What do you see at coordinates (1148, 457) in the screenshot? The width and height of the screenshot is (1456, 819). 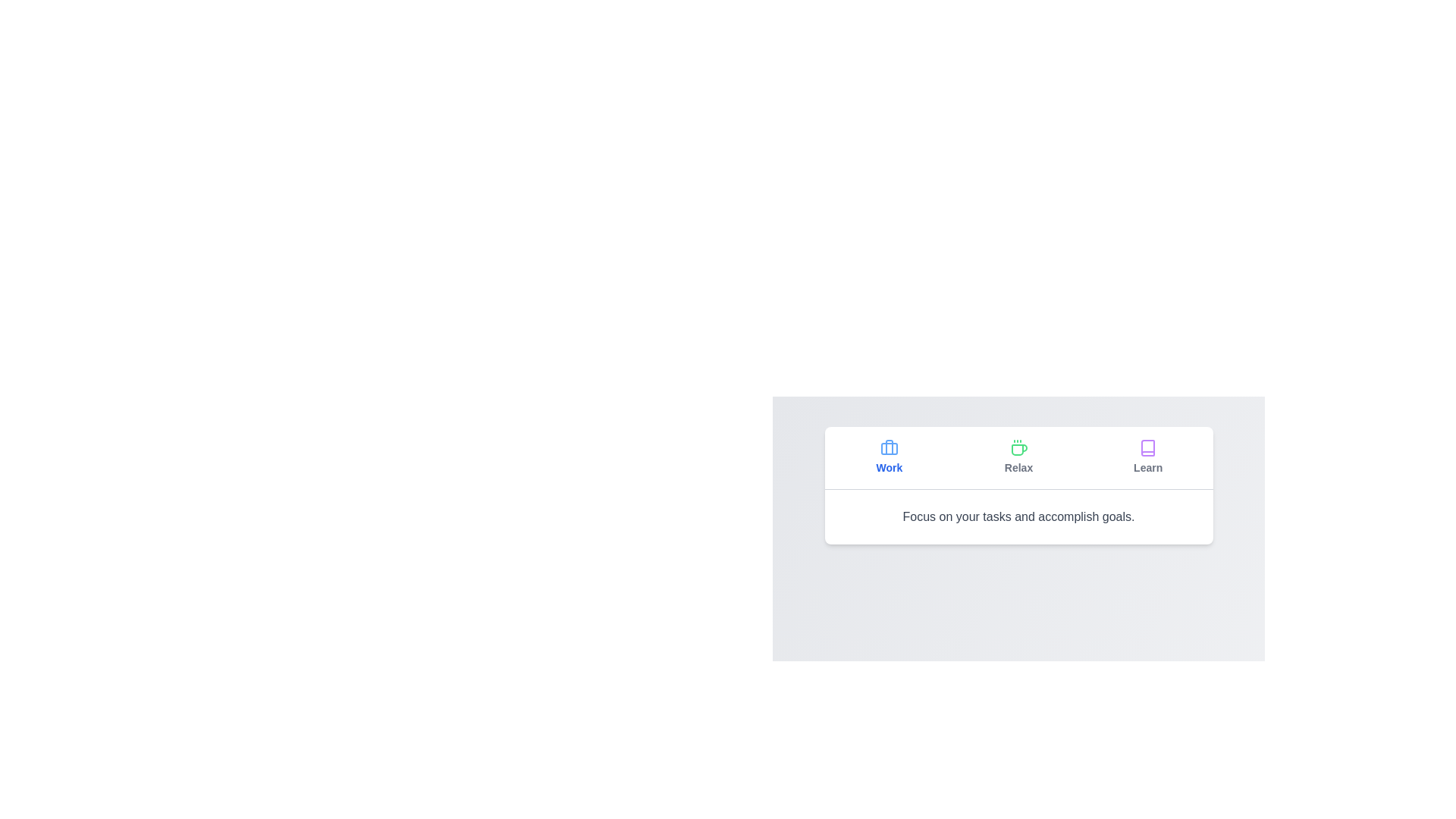 I see `the tab labeled Learn to observe its hover effect` at bounding box center [1148, 457].